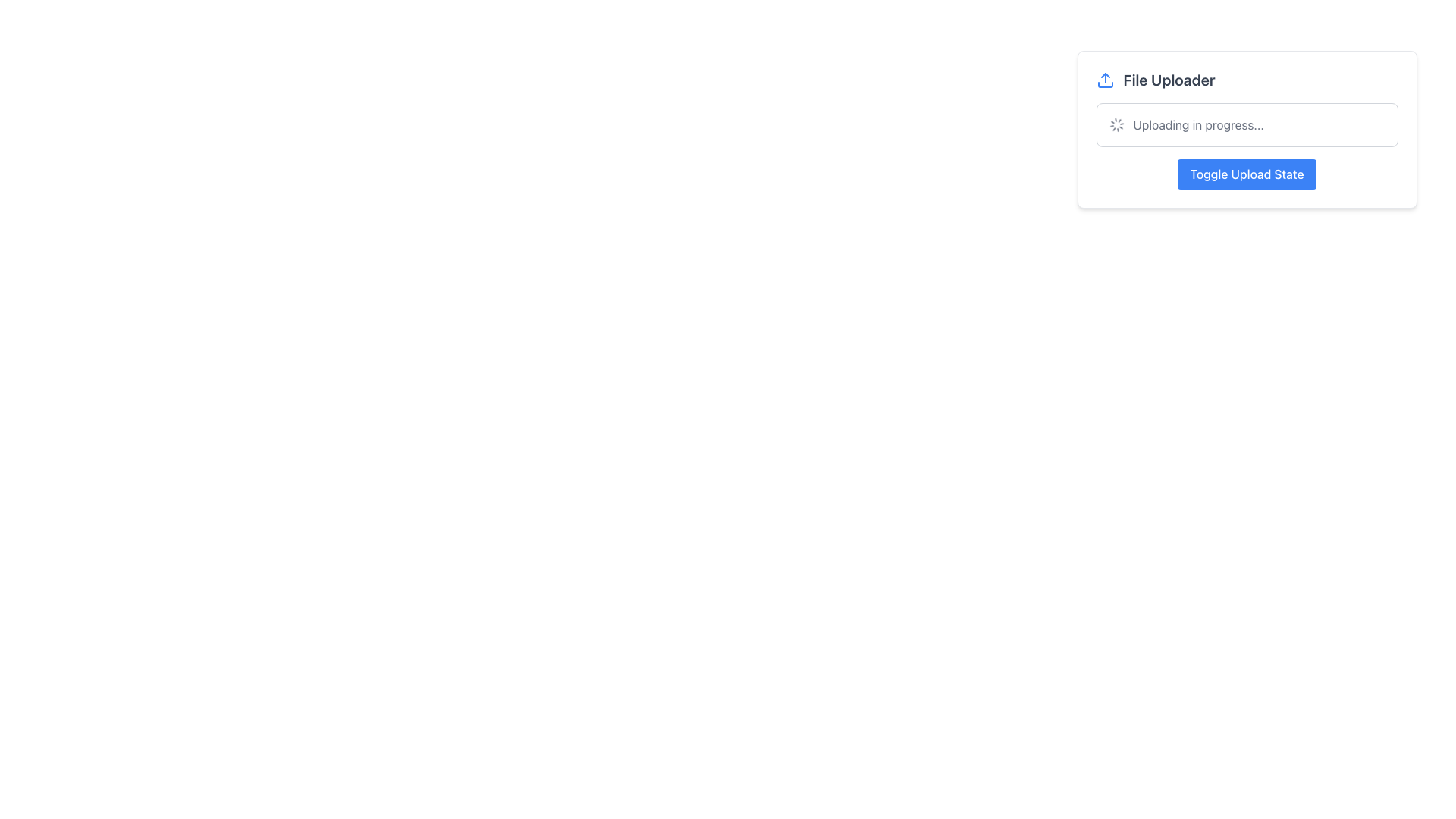 The height and width of the screenshot is (819, 1456). What do you see at coordinates (1247, 124) in the screenshot?
I see `the Status Indicator displaying 'Uploading in progress...' within the File Uploader interface` at bounding box center [1247, 124].